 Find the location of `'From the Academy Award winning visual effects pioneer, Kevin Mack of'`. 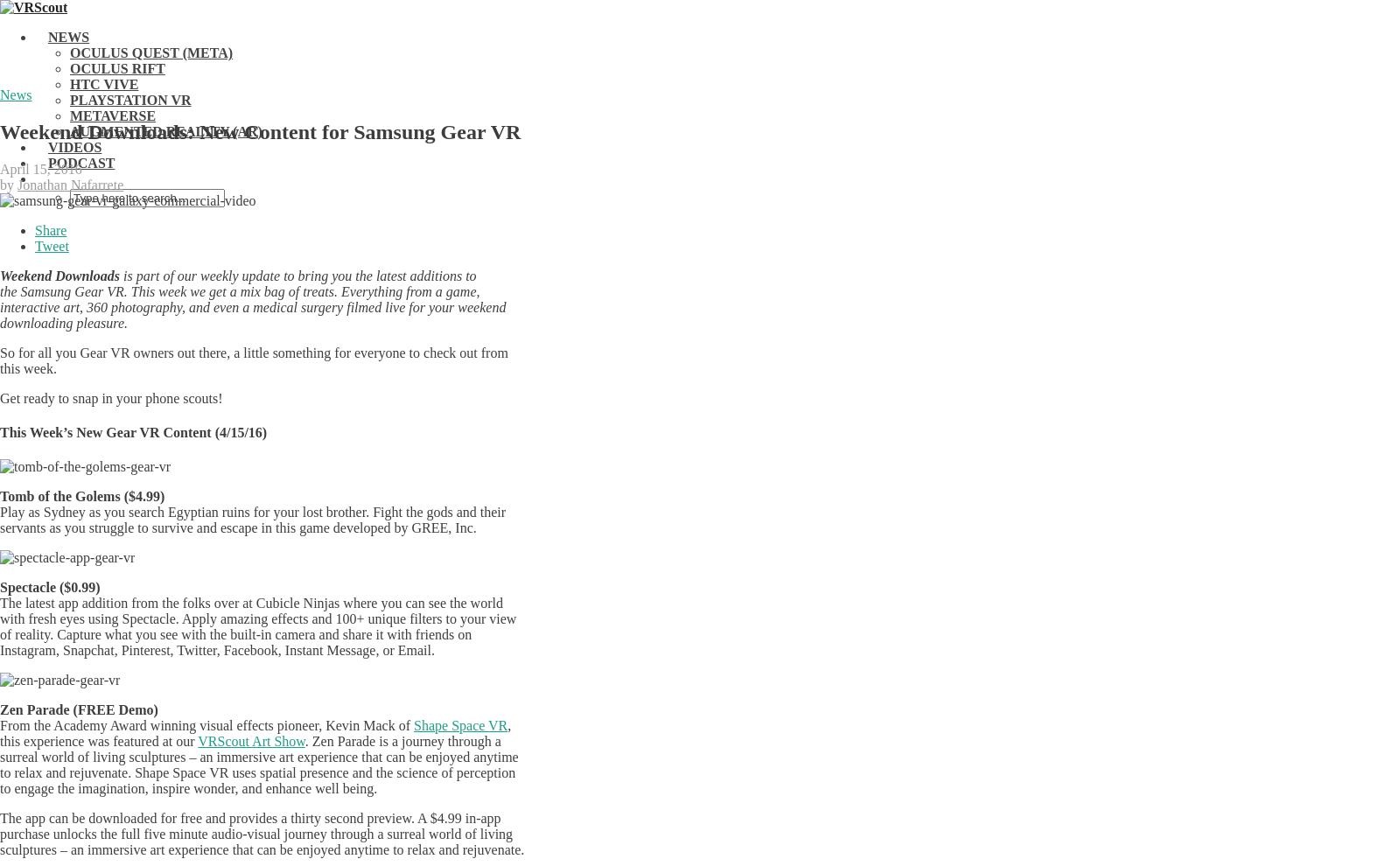

'From the Academy Award winning visual effects pioneer, Kevin Mack of' is located at coordinates (206, 724).